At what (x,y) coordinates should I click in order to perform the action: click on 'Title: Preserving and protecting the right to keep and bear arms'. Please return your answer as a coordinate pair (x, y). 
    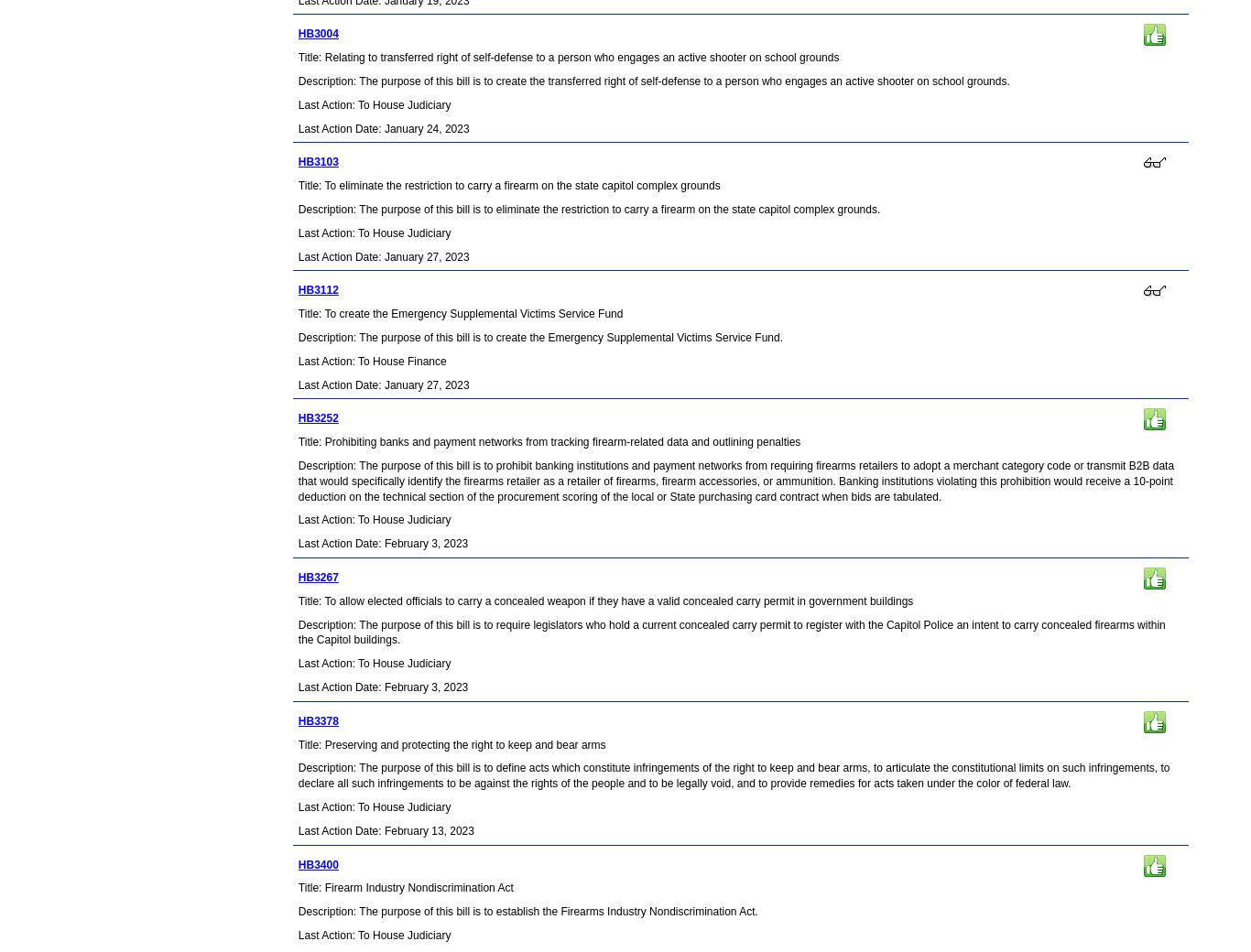
    Looking at the image, I should click on (451, 742).